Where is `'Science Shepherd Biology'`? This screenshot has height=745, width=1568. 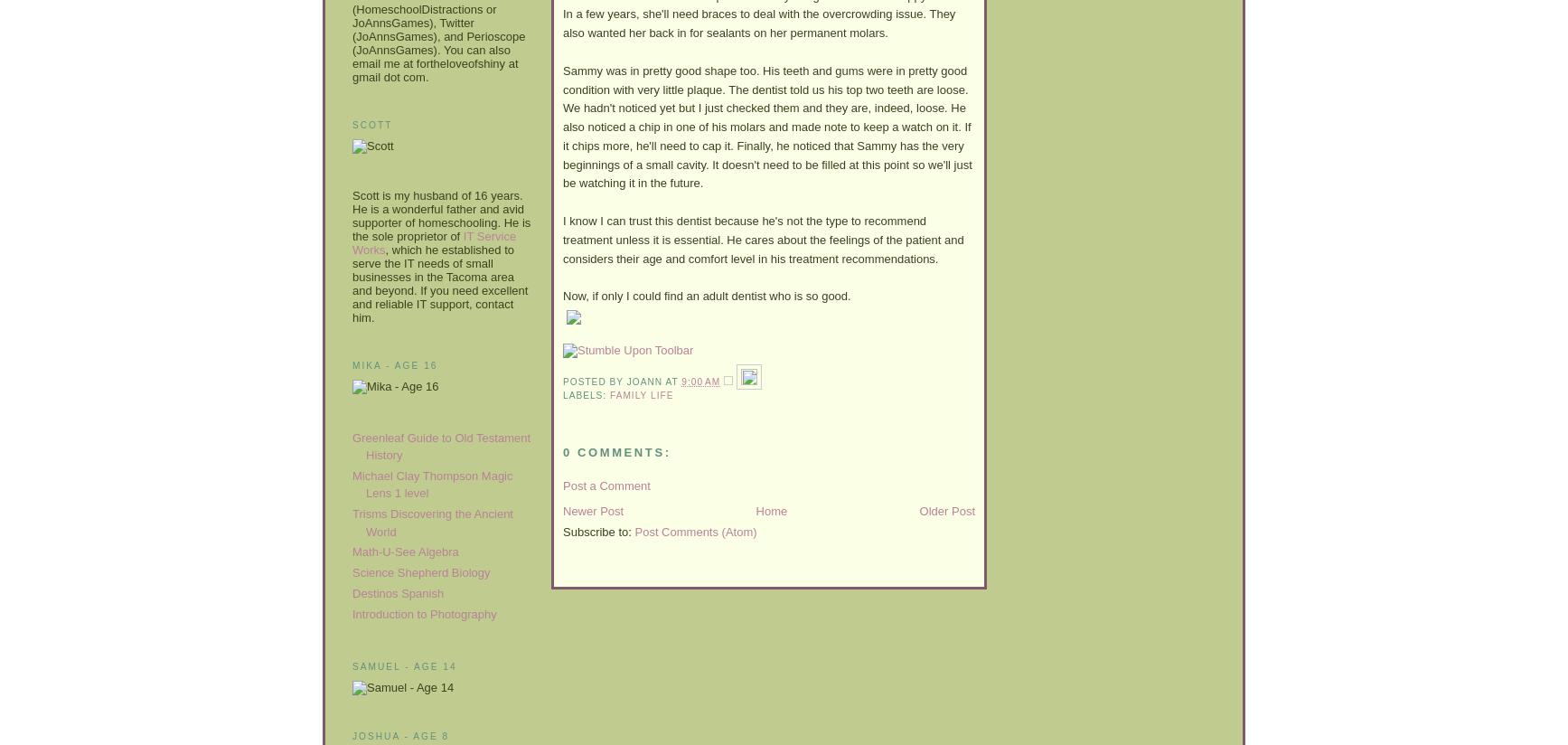
'Science Shepherd Biology' is located at coordinates (421, 571).